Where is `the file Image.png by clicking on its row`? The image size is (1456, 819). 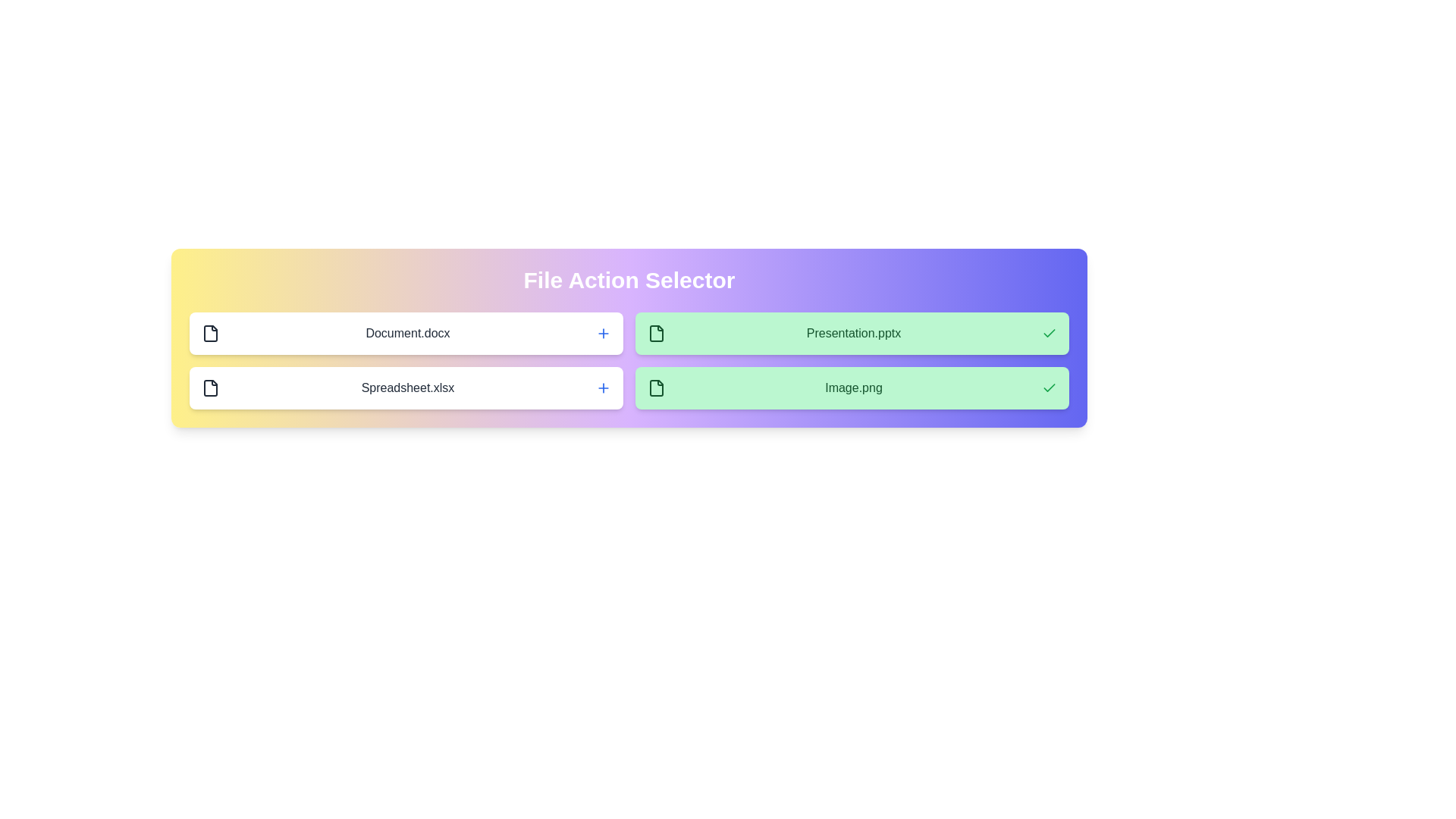 the file Image.png by clicking on its row is located at coordinates (852, 388).